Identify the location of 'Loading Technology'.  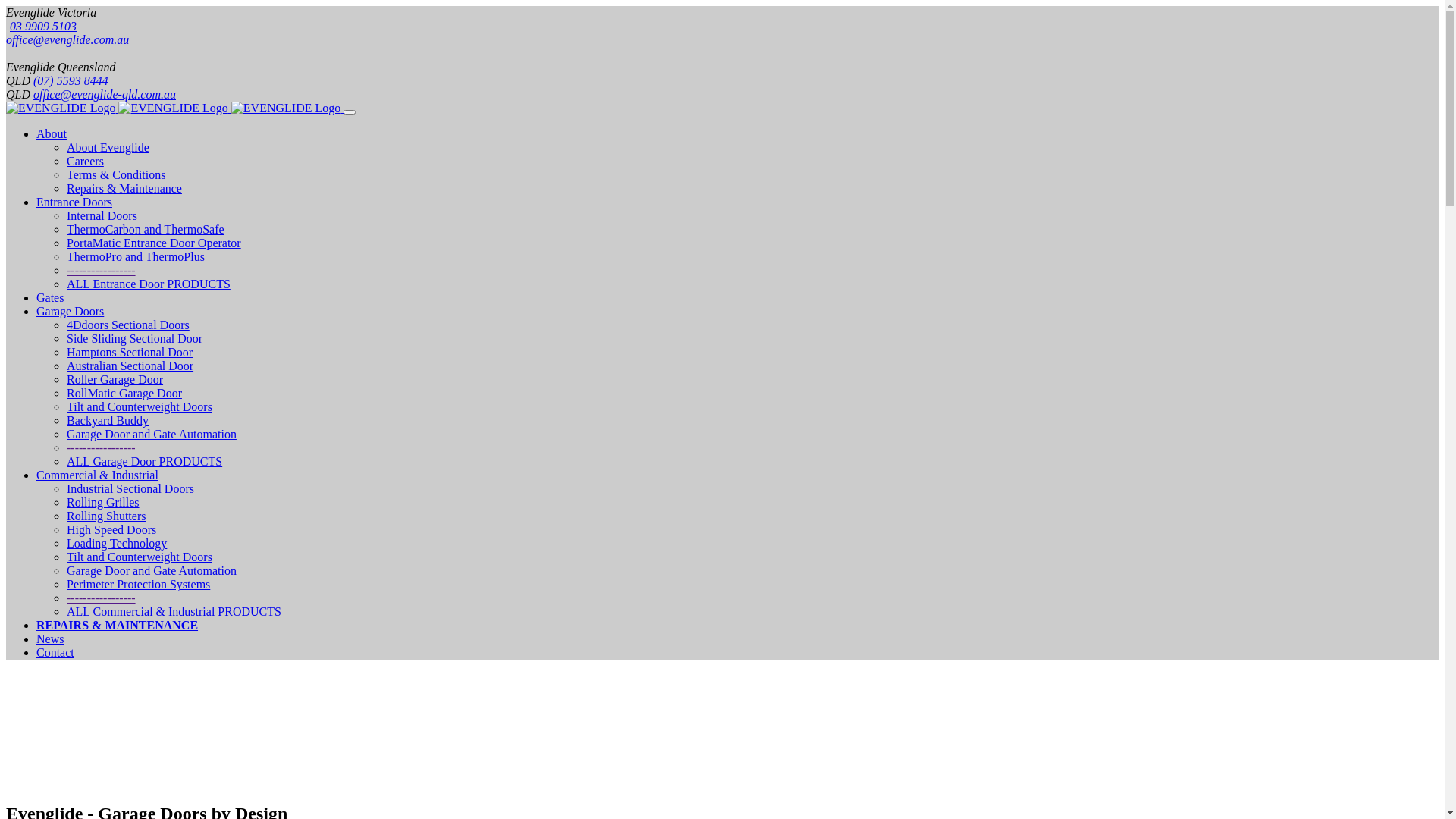
(115, 542).